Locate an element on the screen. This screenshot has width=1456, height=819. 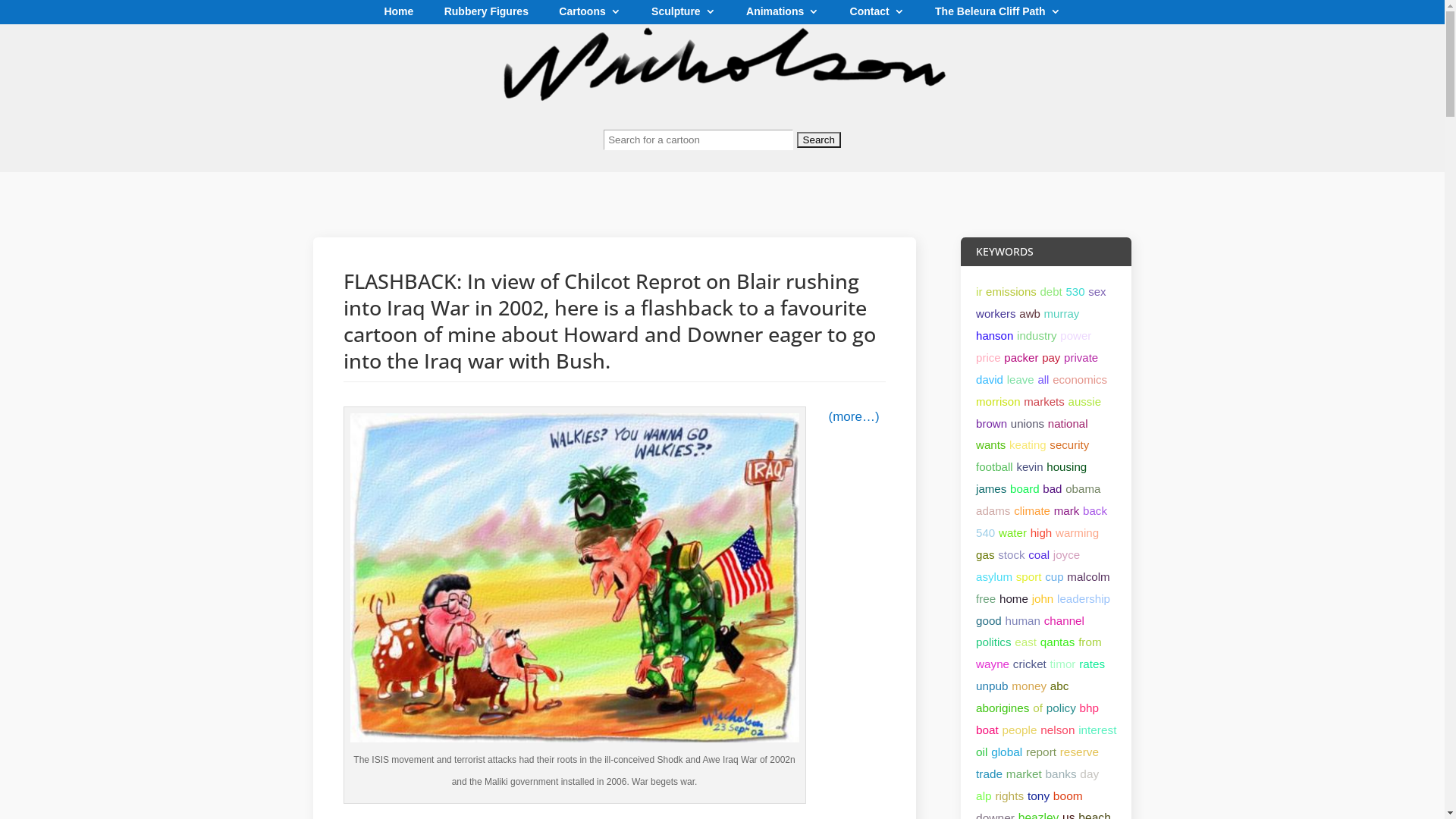
'human' is located at coordinates (1022, 620).